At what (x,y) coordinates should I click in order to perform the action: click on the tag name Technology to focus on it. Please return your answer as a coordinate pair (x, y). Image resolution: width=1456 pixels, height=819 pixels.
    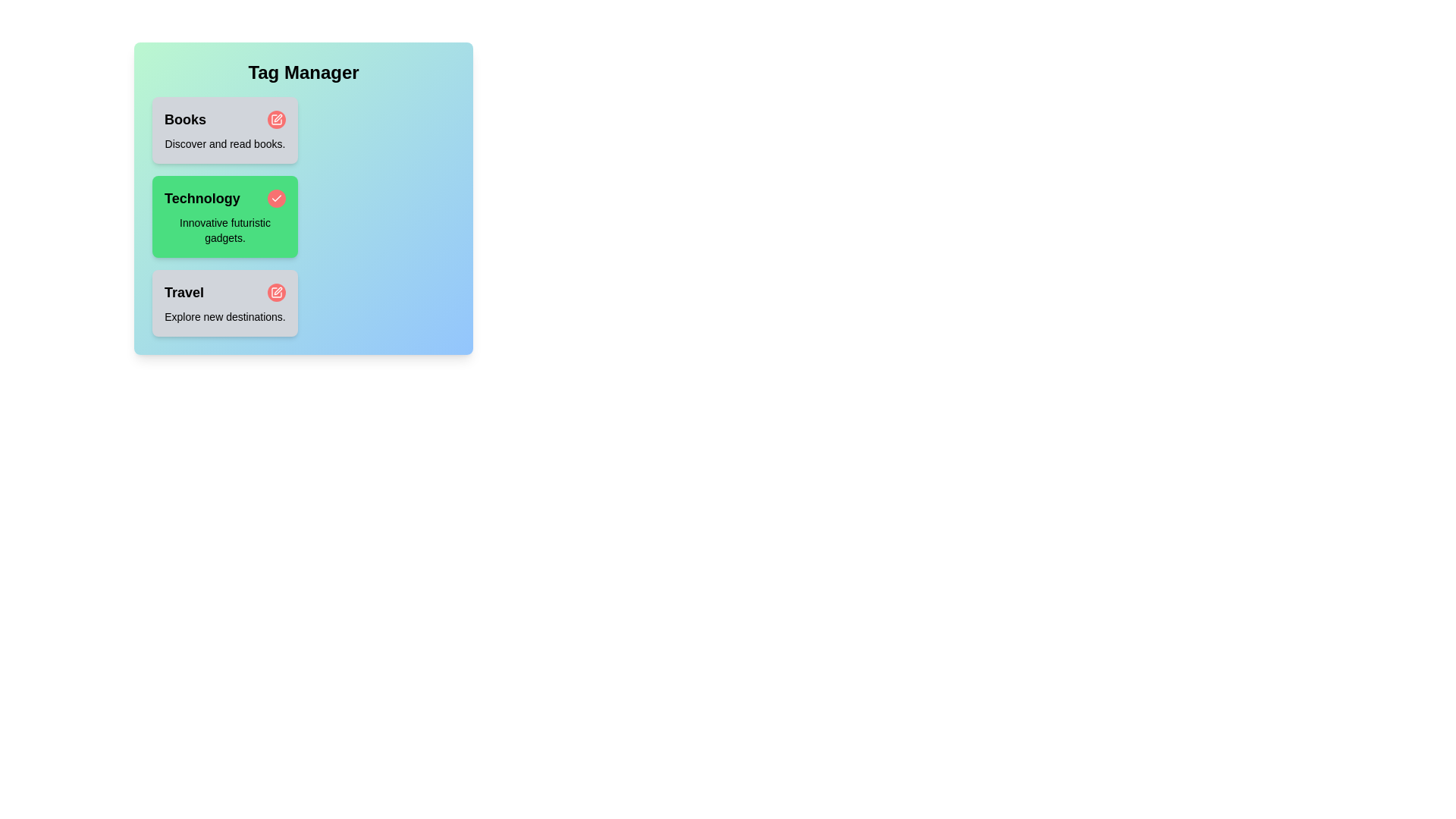
    Looking at the image, I should click on (202, 198).